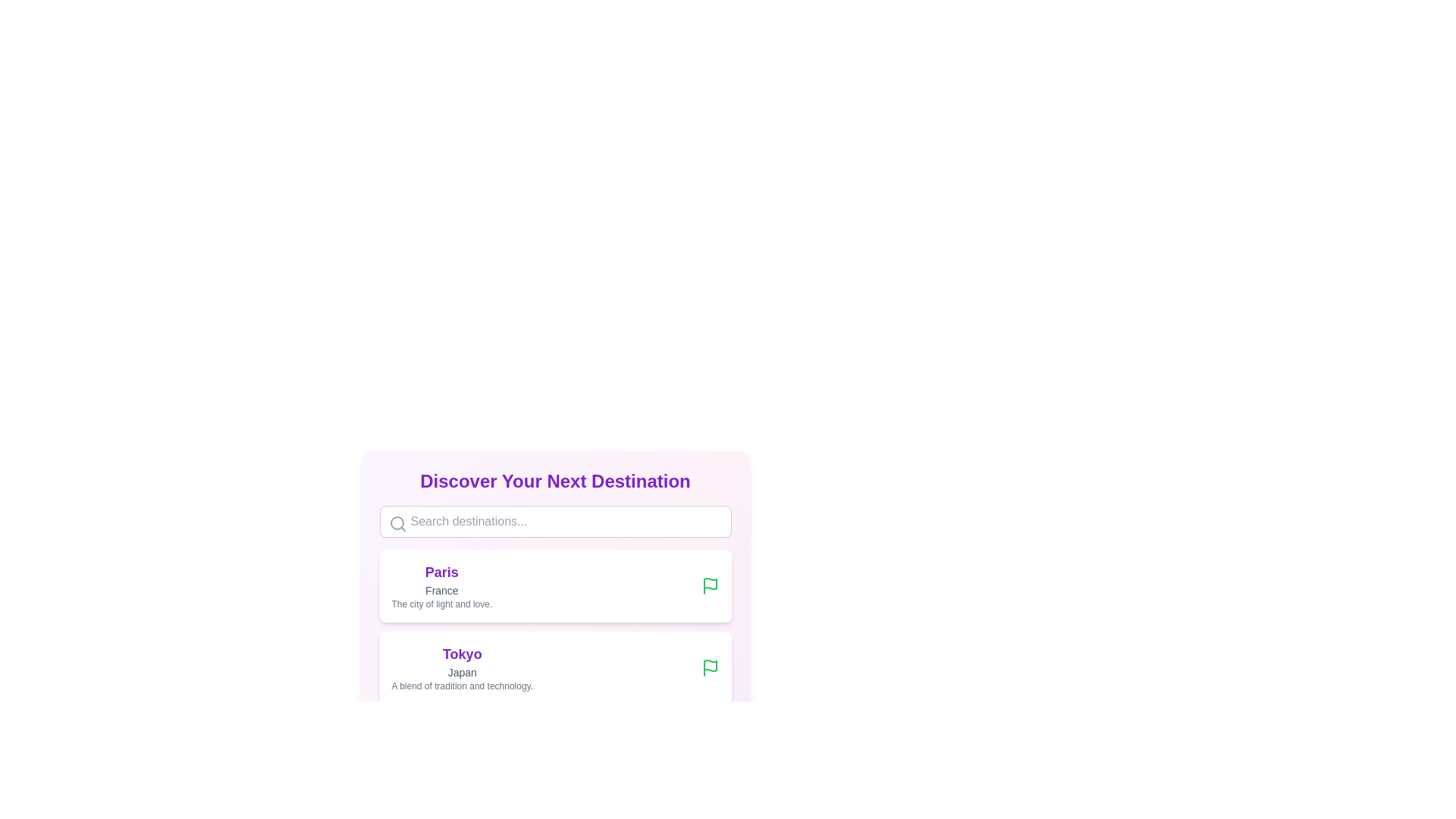  I want to click on the icon located in the second row of the search results section, right-aligned relative to the text content 'Tokyo' and 'Japan', so click(709, 583).